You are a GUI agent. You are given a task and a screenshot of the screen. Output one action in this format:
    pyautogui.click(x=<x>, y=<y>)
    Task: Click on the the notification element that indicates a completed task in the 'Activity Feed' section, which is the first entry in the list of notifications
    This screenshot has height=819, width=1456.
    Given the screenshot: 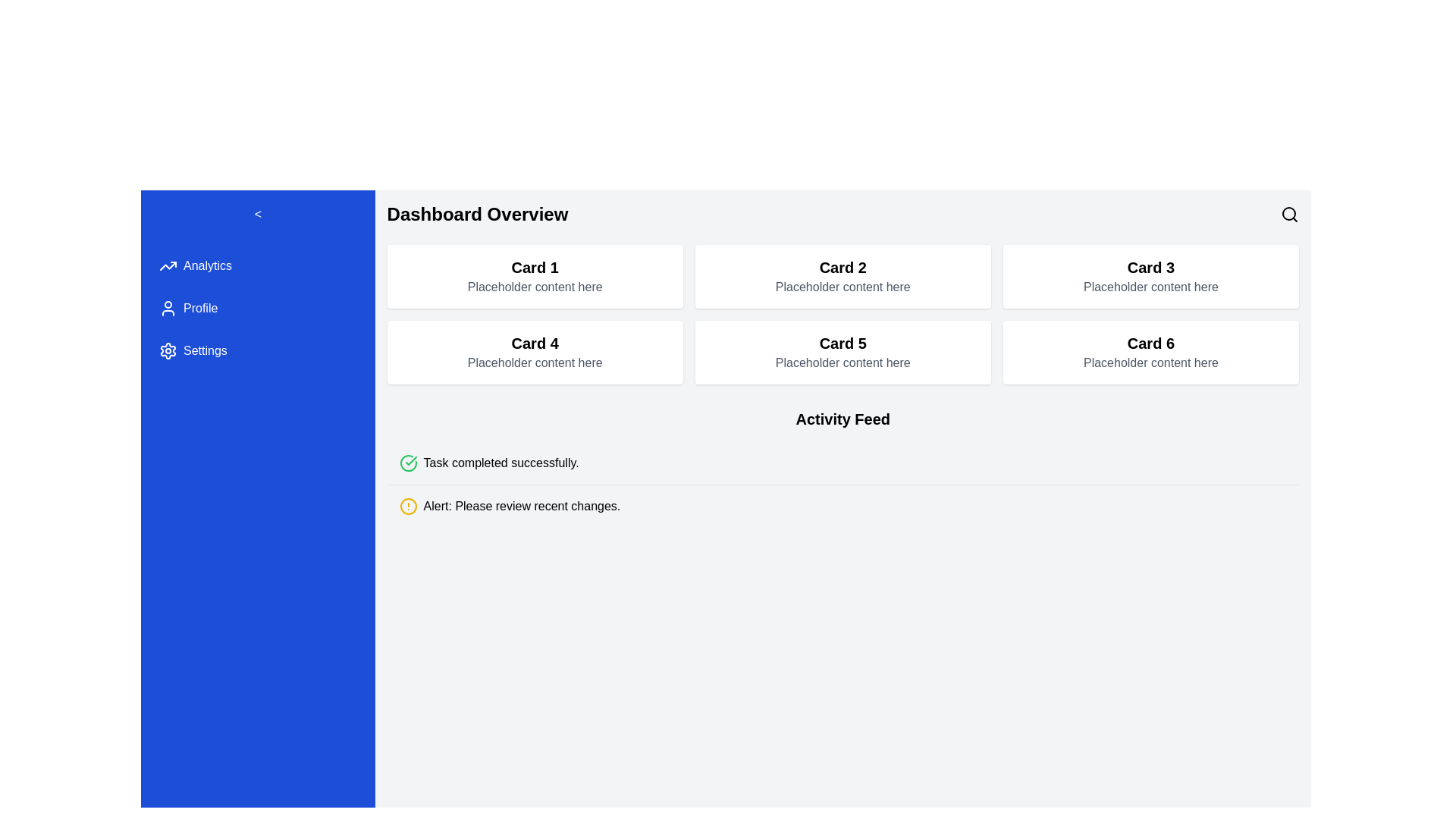 What is the action you would take?
    pyautogui.click(x=842, y=462)
    